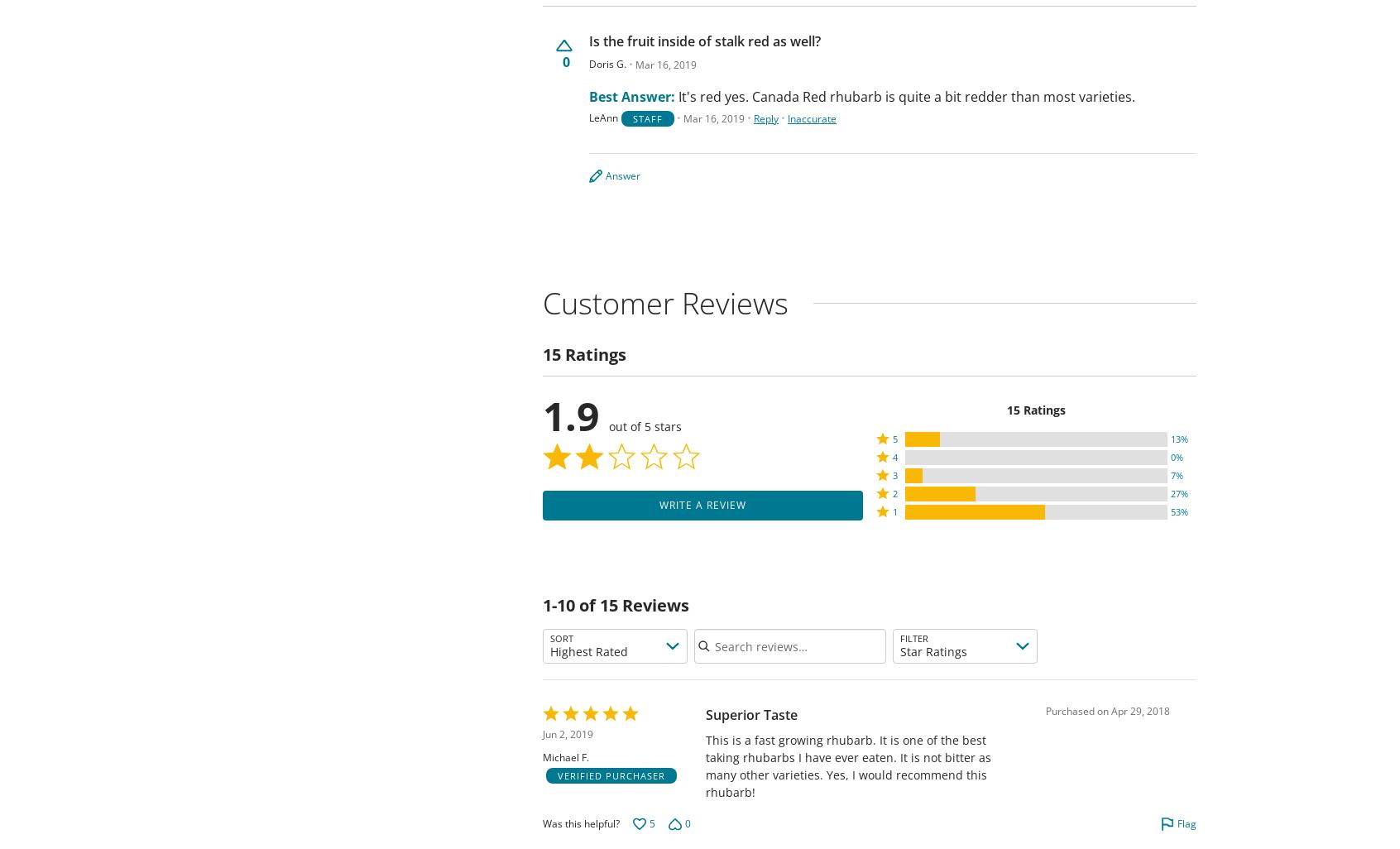 The image size is (1400, 849). Describe the element at coordinates (587, 650) in the screenshot. I see `'Highest Rated'` at that location.